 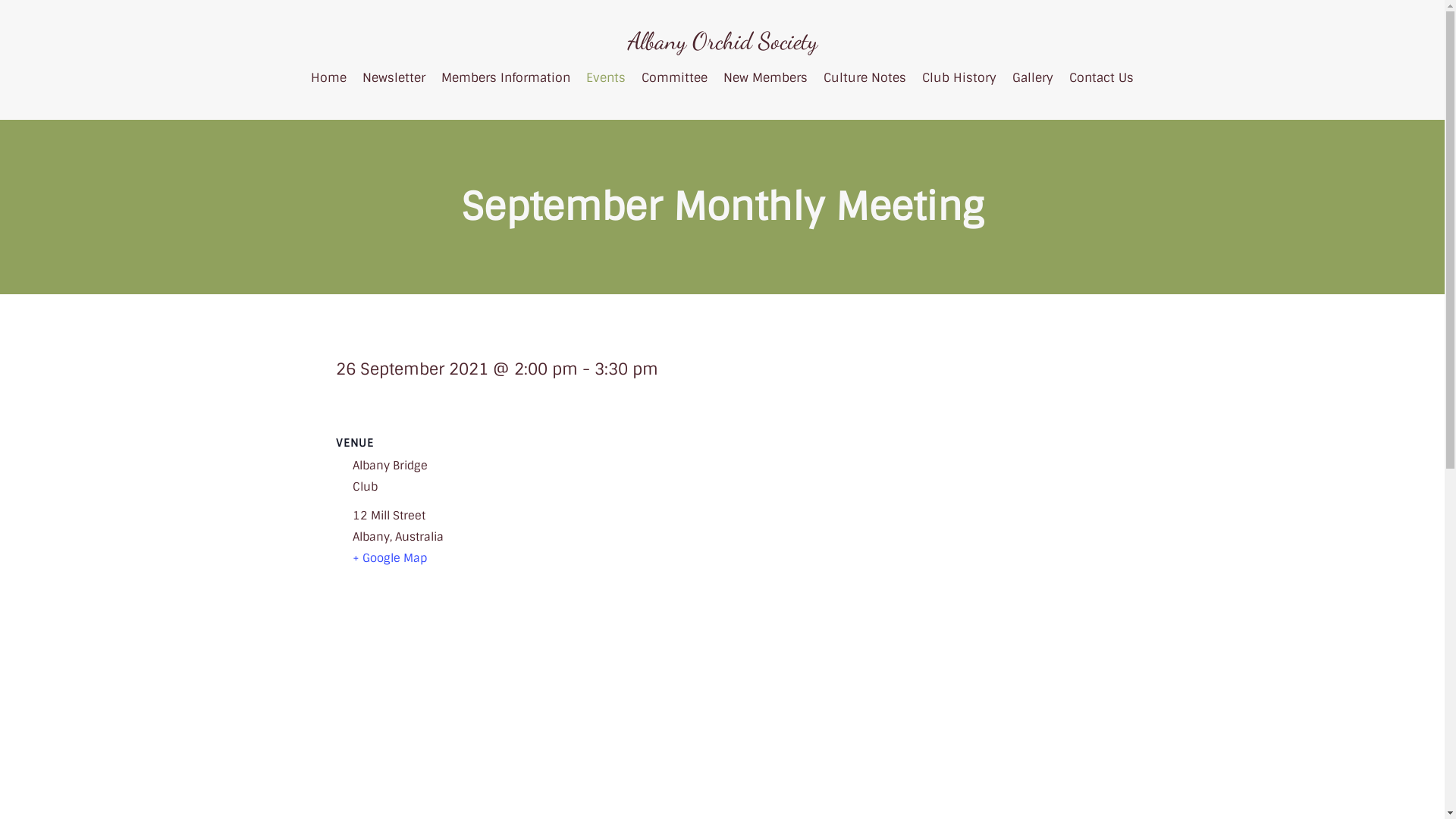 I want to click on 'Newsletter', so click(x=394, y=76).